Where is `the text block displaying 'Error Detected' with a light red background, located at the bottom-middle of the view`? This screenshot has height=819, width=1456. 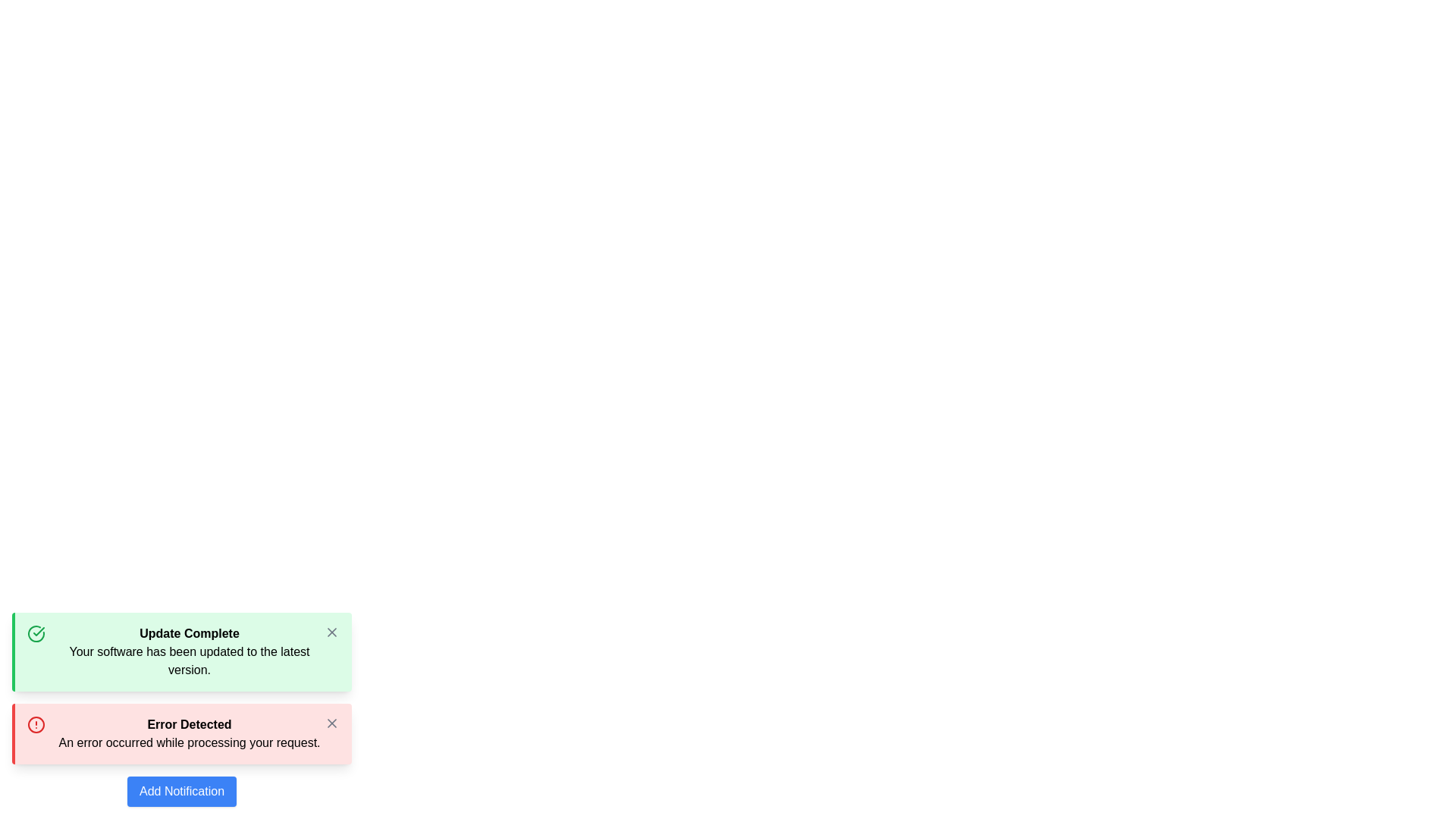 the text block displaying 'Error Detected' with a light red background, located at the bottom-middle of the view is located at coordinates (188, 733).